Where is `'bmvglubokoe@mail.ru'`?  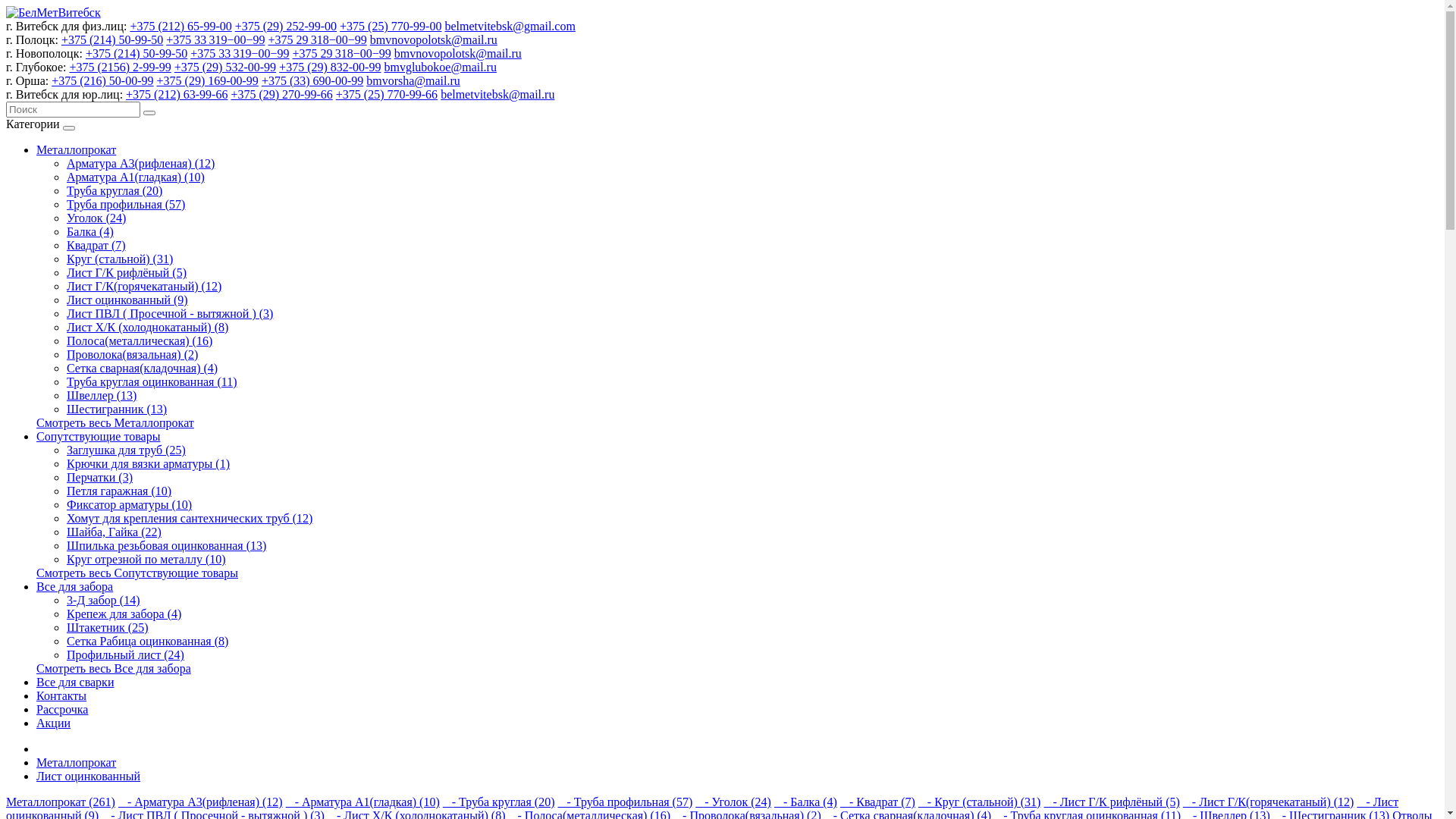
'bmvglubokoe@mail.ru' is located at coordinates (439, 66).